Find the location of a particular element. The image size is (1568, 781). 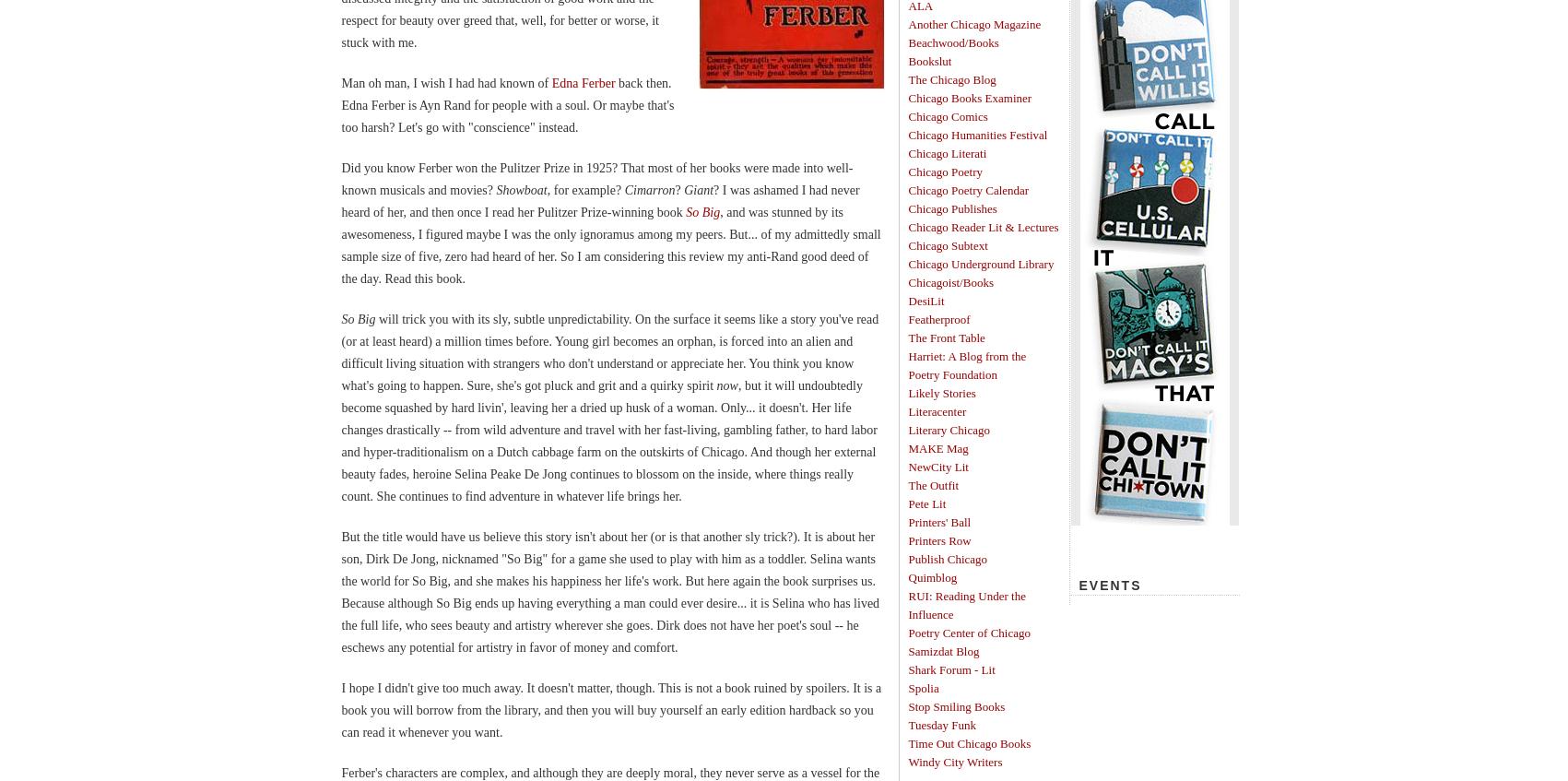

'Literacenter' is located at coordinates (937, 411).